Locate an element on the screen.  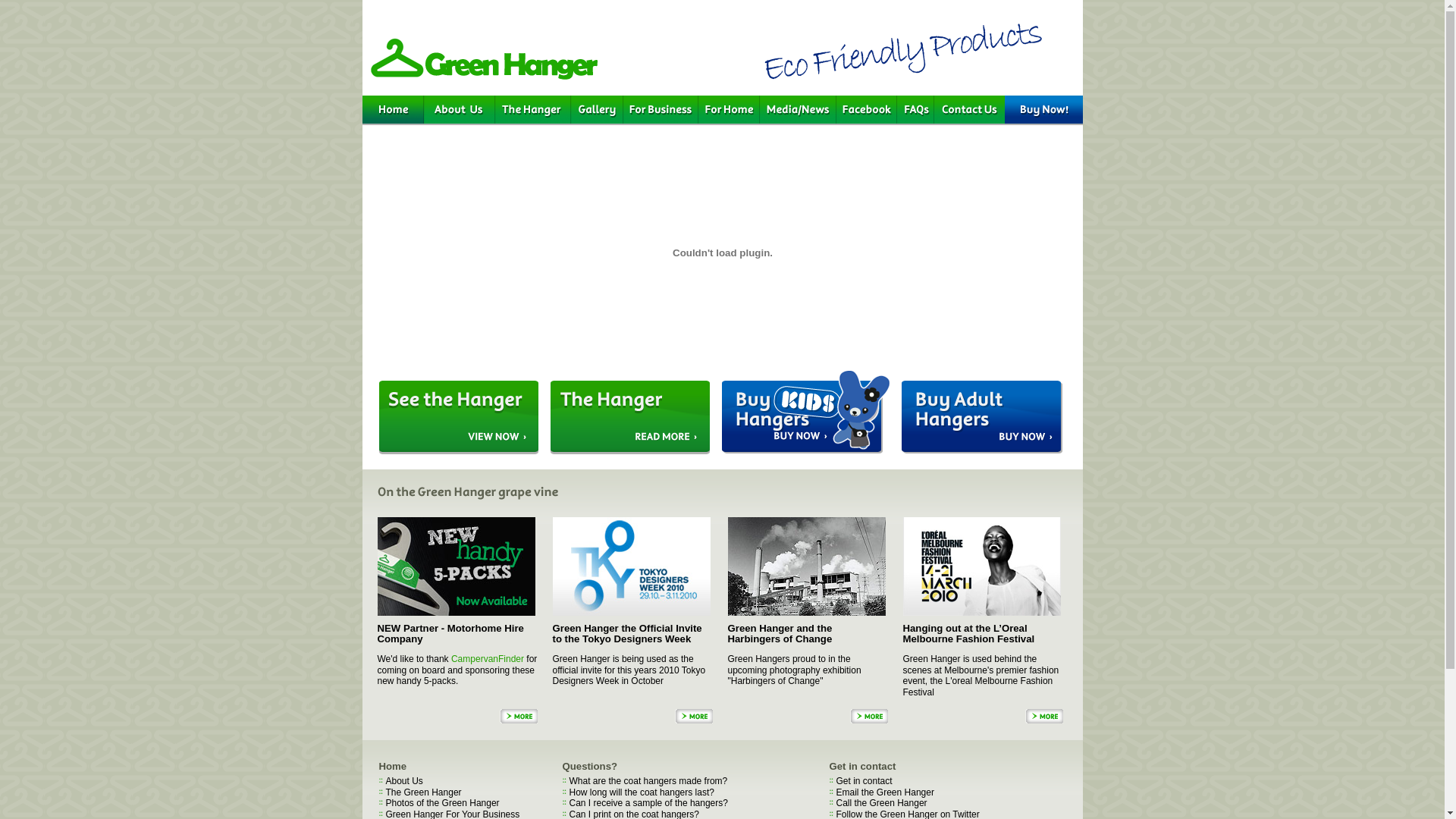
'Call the Green Hanger' is located at coordinates (835, 802).